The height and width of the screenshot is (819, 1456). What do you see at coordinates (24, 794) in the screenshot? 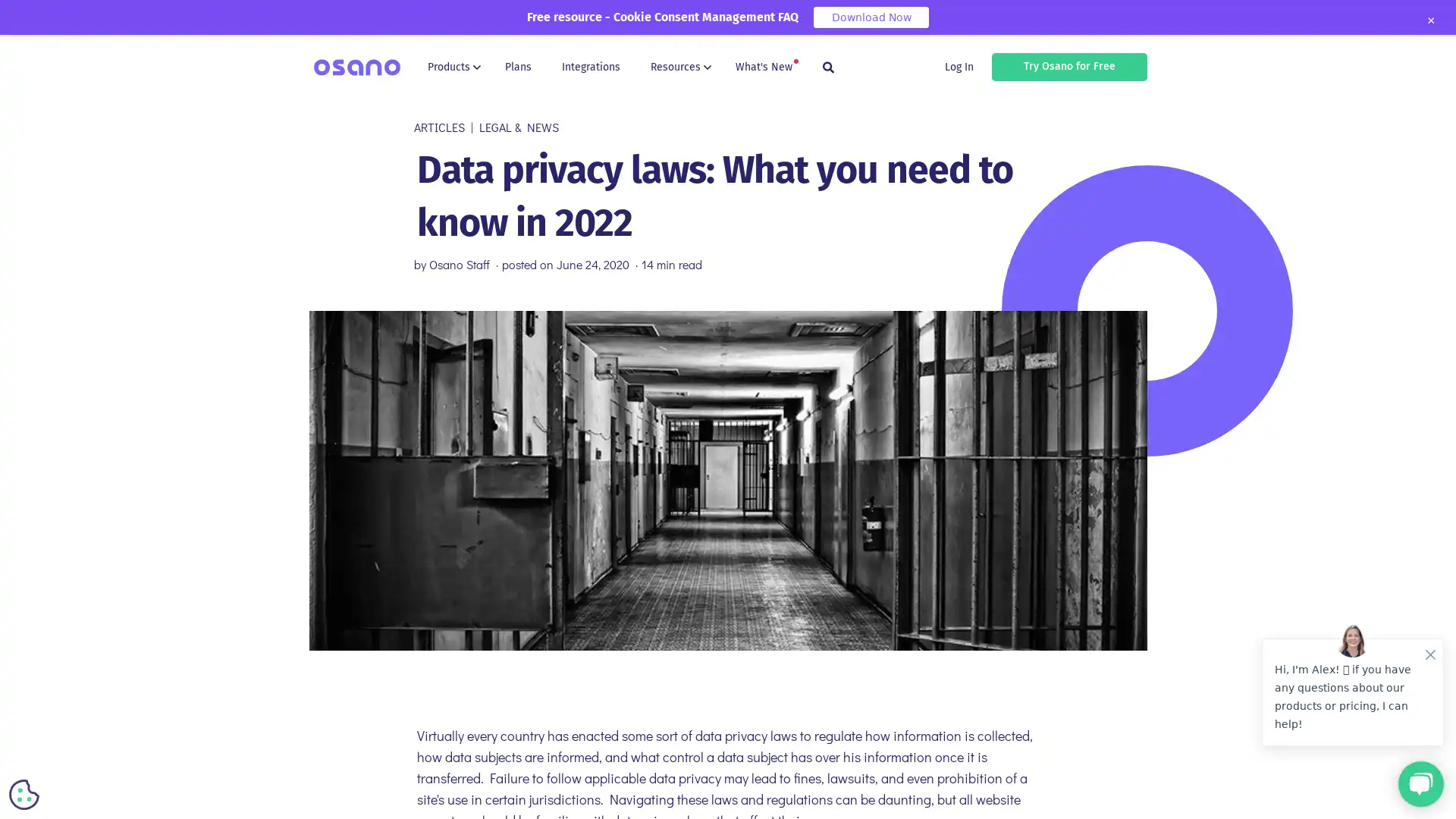
I see `Cookie Preferences` at bounding box center [24, 794].